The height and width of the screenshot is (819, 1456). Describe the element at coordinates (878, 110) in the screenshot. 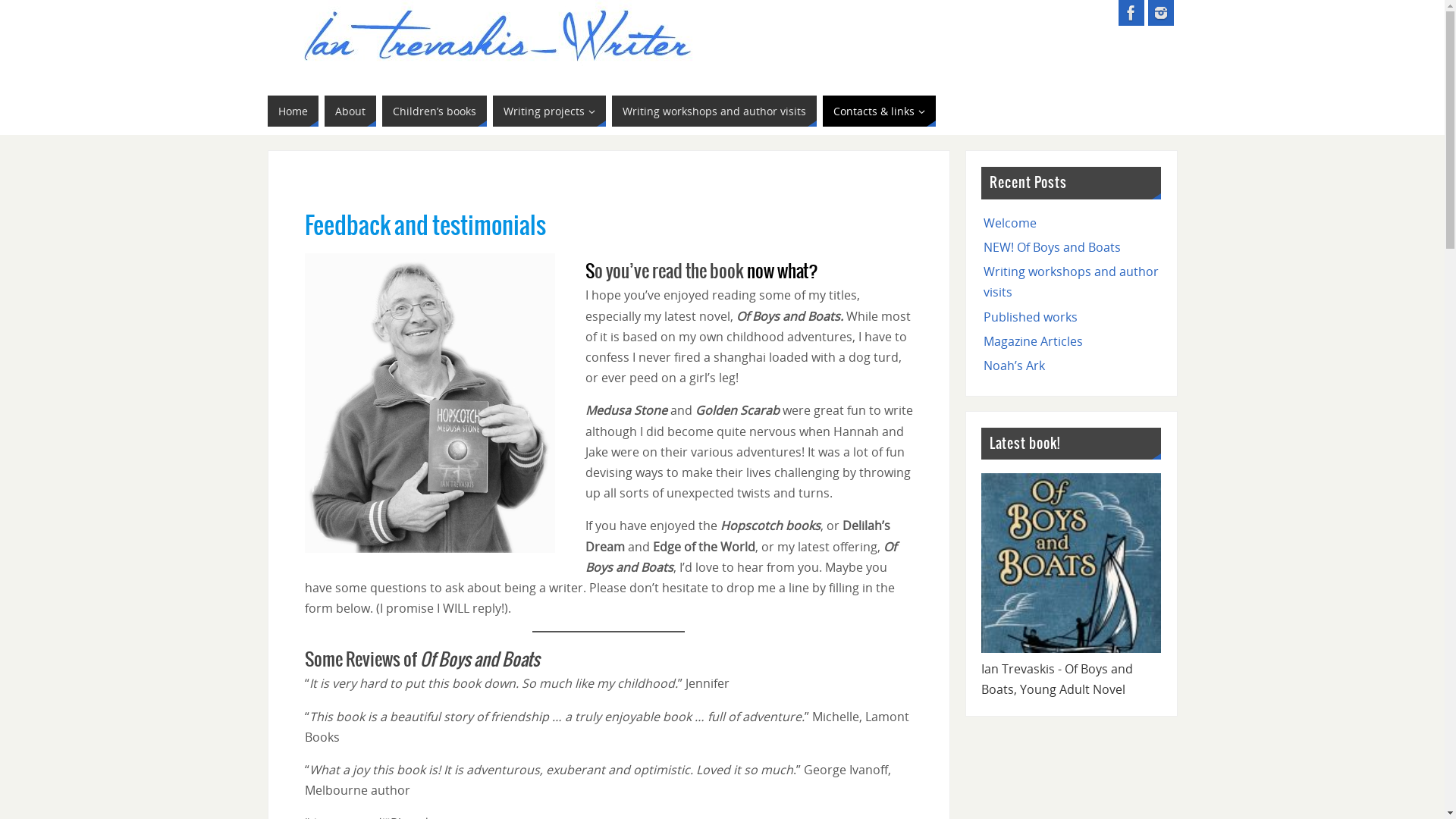

I see `'Contacts & links'` at that location.